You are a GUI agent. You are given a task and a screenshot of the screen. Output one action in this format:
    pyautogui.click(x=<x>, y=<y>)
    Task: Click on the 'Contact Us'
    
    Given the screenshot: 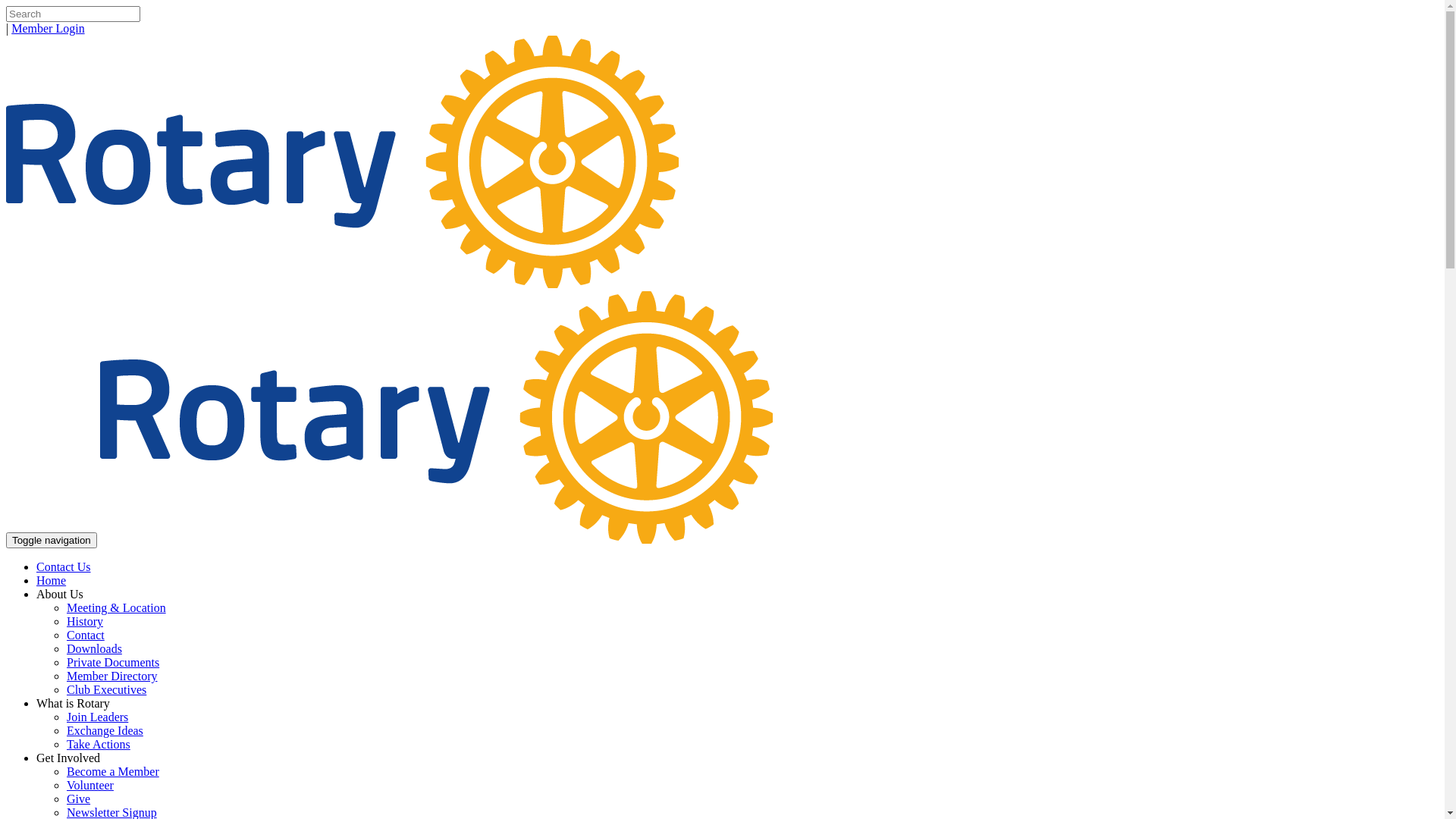 What is the action you would take?
    pyautogui.click(x=62, y=566)
    